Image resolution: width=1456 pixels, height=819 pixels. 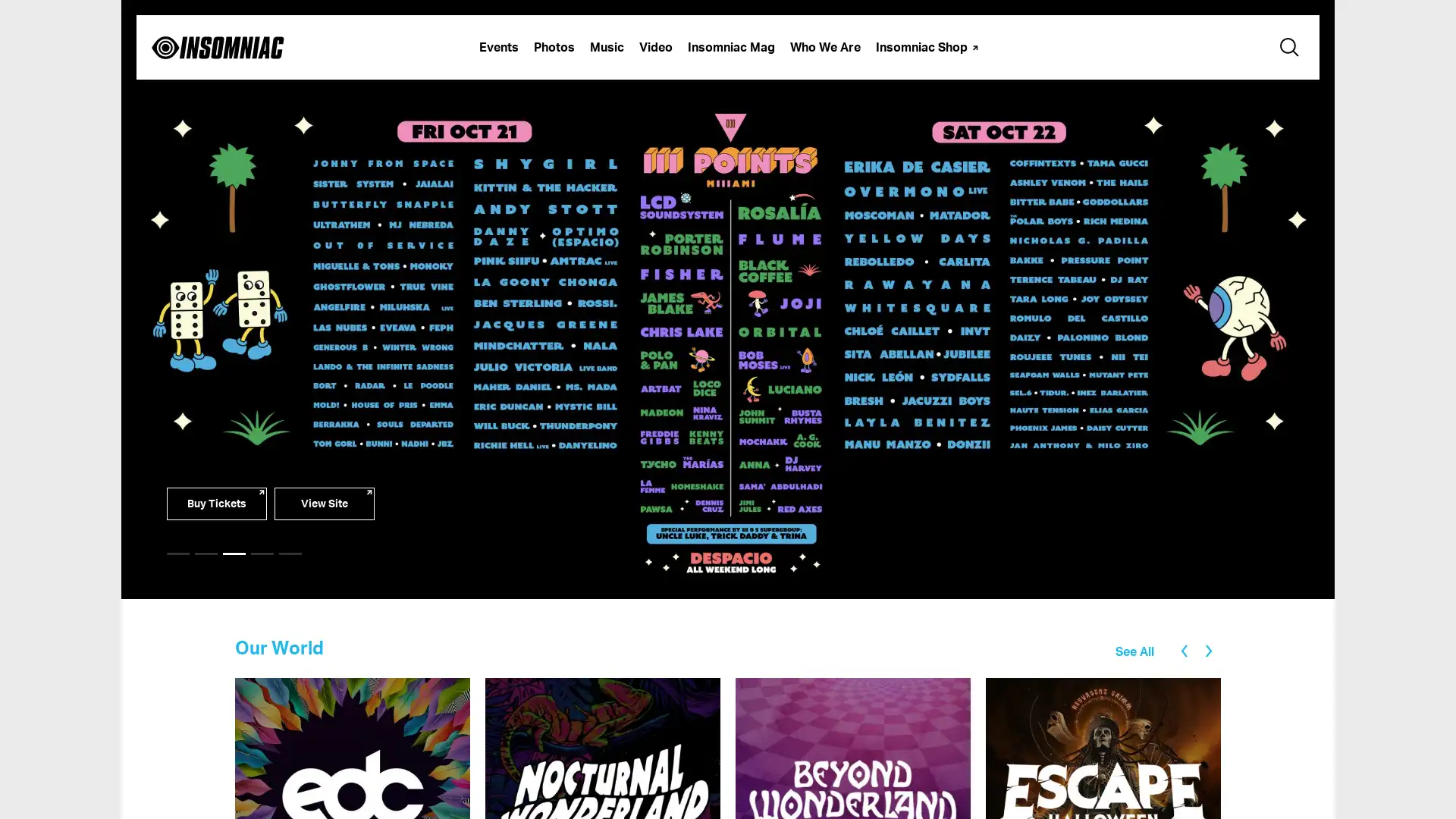 What do you see at coordinates (1212, 649) in the screenshot?
I see `Next` at bounding box center [1212, 649].